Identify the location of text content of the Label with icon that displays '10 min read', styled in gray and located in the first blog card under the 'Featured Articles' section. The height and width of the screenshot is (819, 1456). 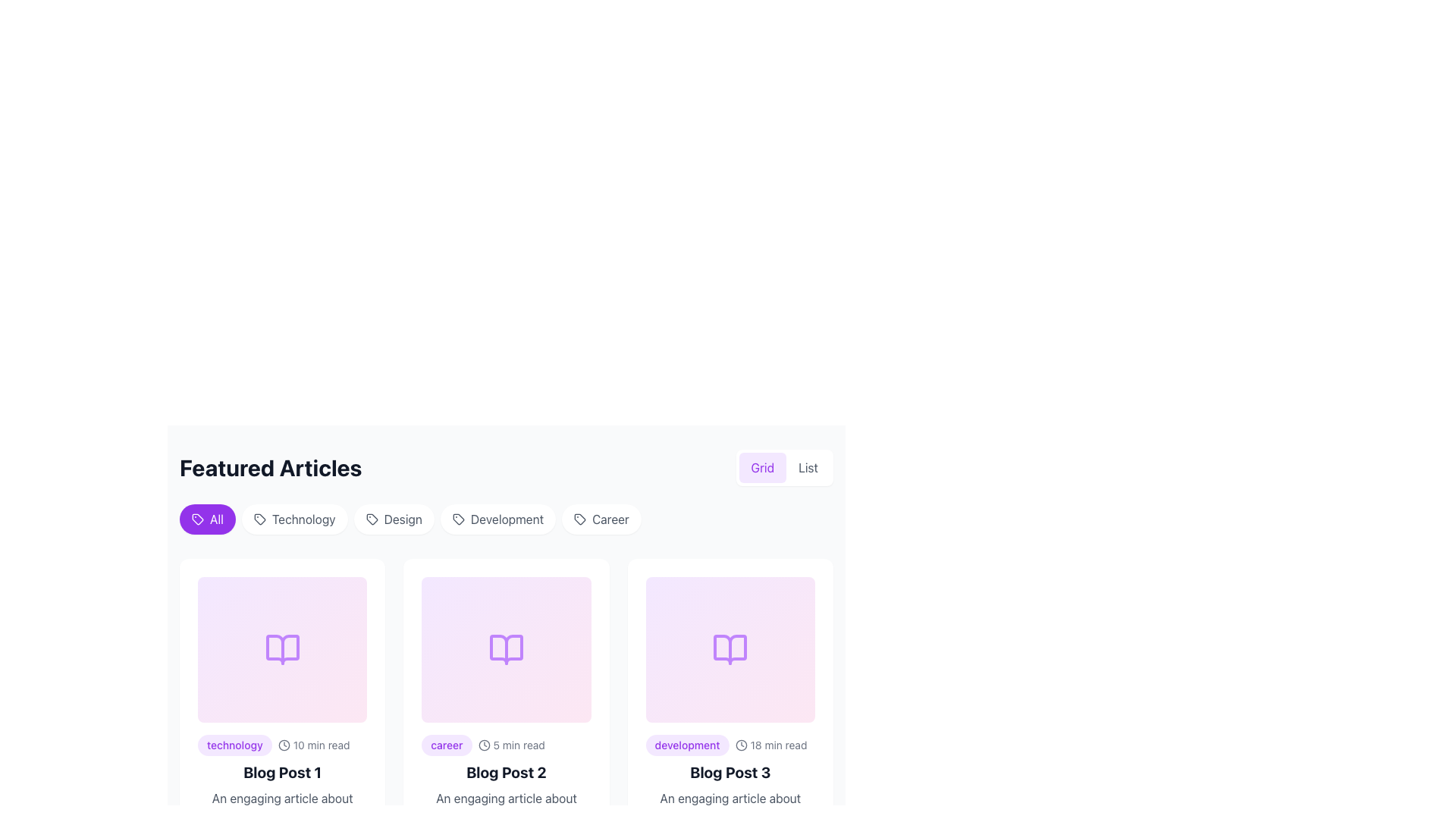
(313, 745).